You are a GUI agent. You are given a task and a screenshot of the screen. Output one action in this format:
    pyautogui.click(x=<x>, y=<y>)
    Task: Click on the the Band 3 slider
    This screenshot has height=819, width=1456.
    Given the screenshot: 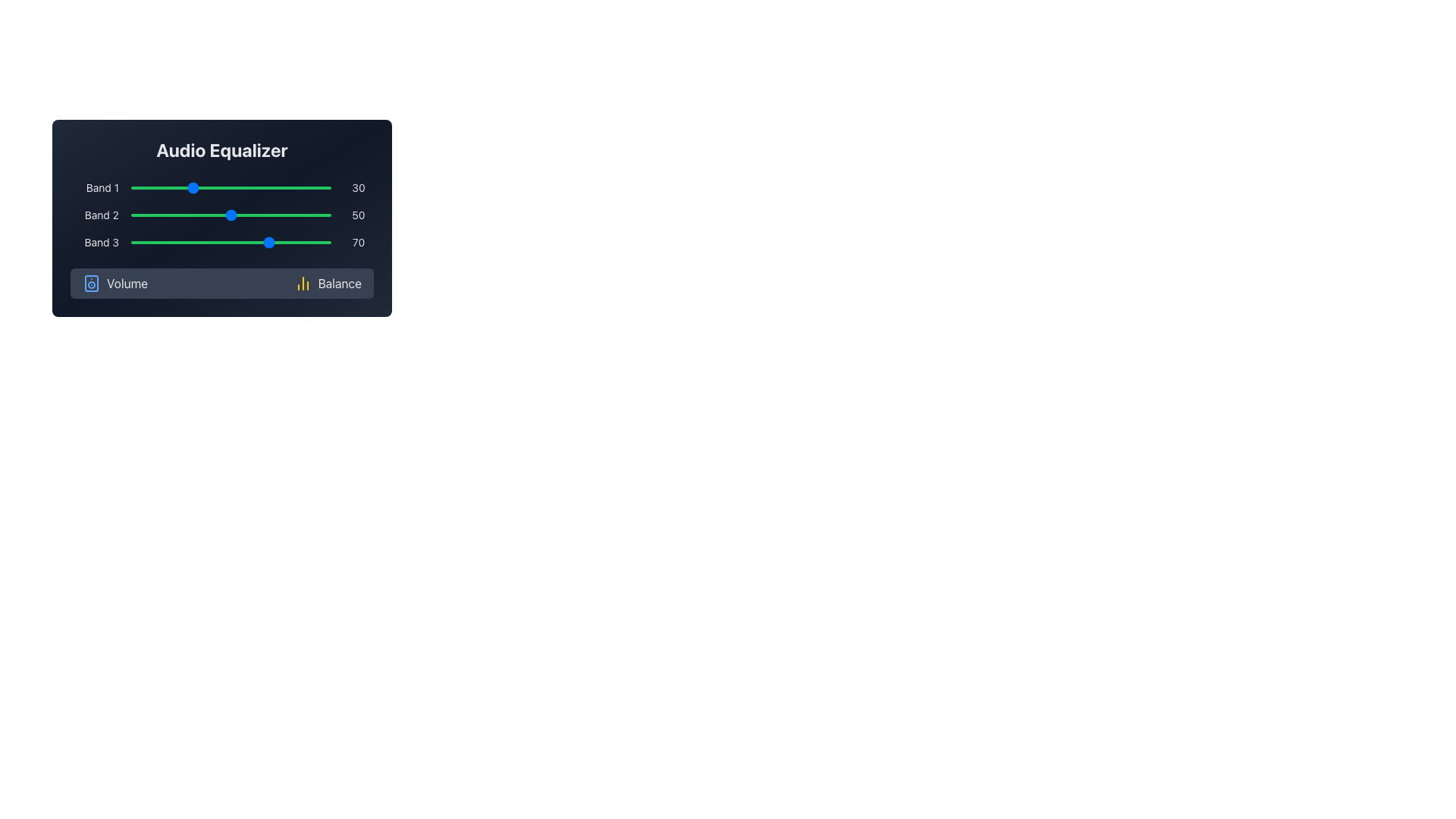 What is the action you would take?
    pyautogui.click(x=236, y=242)
    